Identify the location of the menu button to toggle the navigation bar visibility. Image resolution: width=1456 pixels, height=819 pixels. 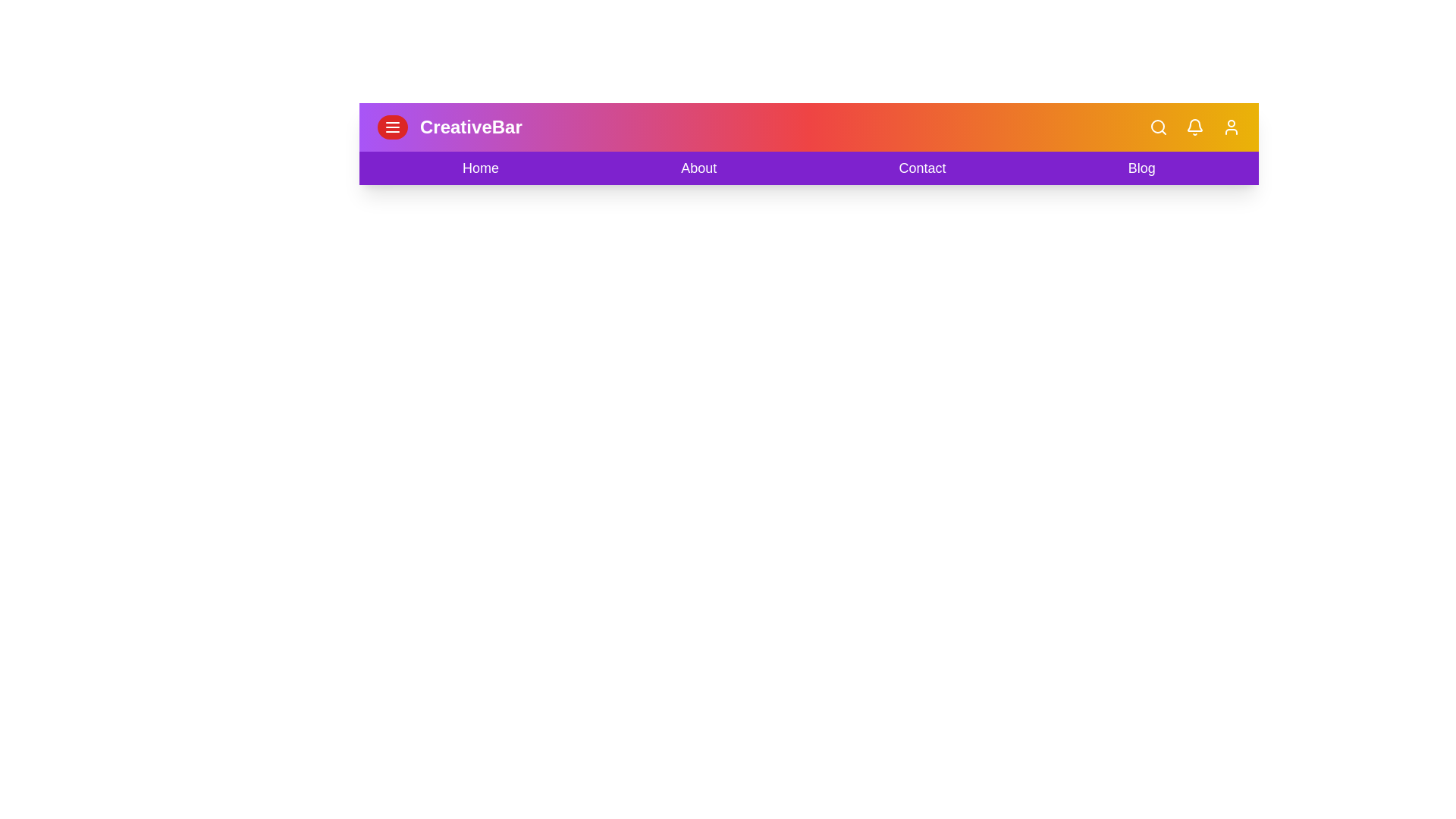
(393, 127).